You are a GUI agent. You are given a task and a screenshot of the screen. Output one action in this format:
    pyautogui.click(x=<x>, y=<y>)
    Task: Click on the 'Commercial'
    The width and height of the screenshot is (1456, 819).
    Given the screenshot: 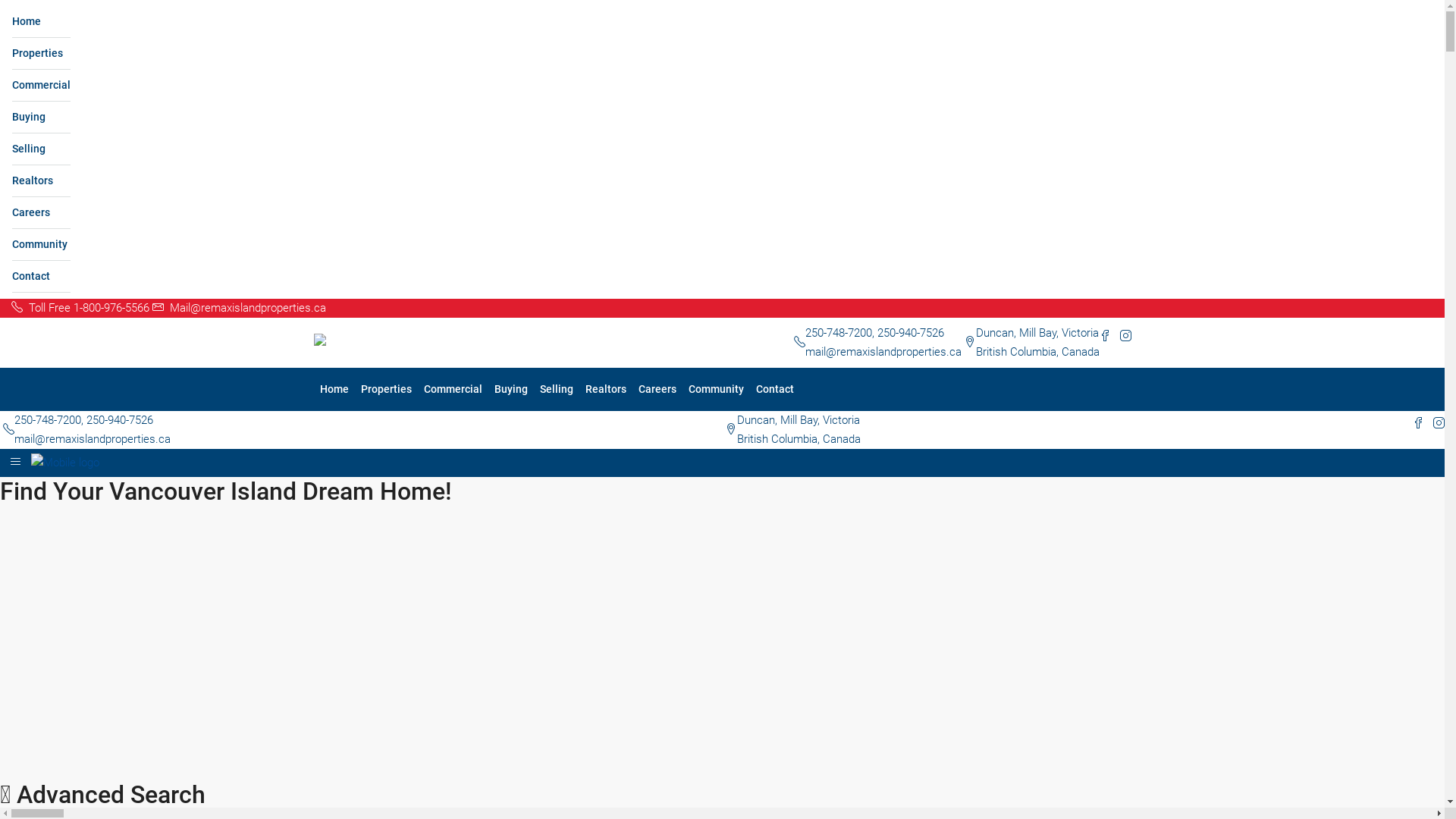 What is the action you would take?
    pyautogui.click(x=417, y=388)
    